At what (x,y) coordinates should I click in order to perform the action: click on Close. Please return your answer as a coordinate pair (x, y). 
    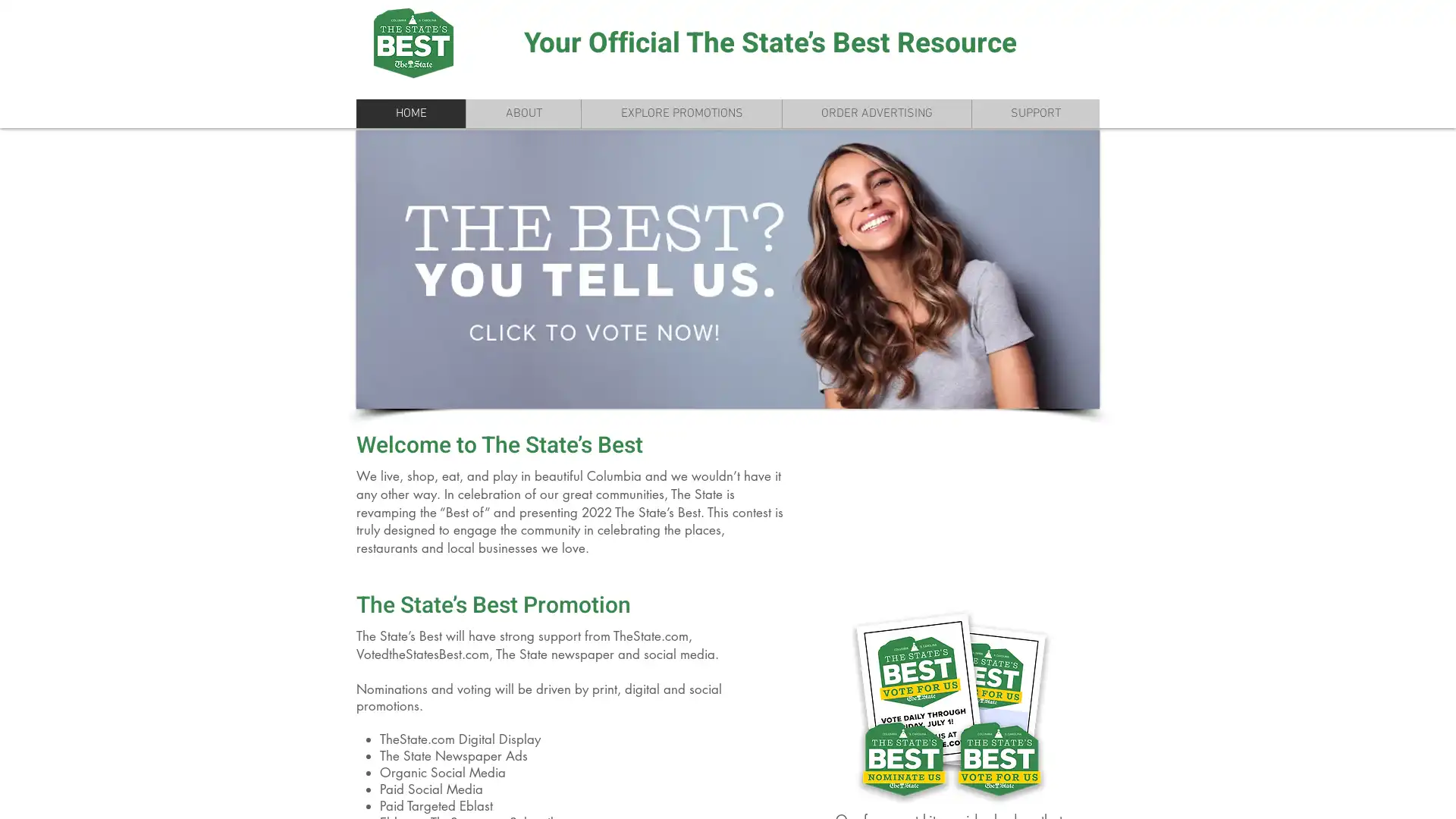
    Looking at the image, I should click on (1437, 794).